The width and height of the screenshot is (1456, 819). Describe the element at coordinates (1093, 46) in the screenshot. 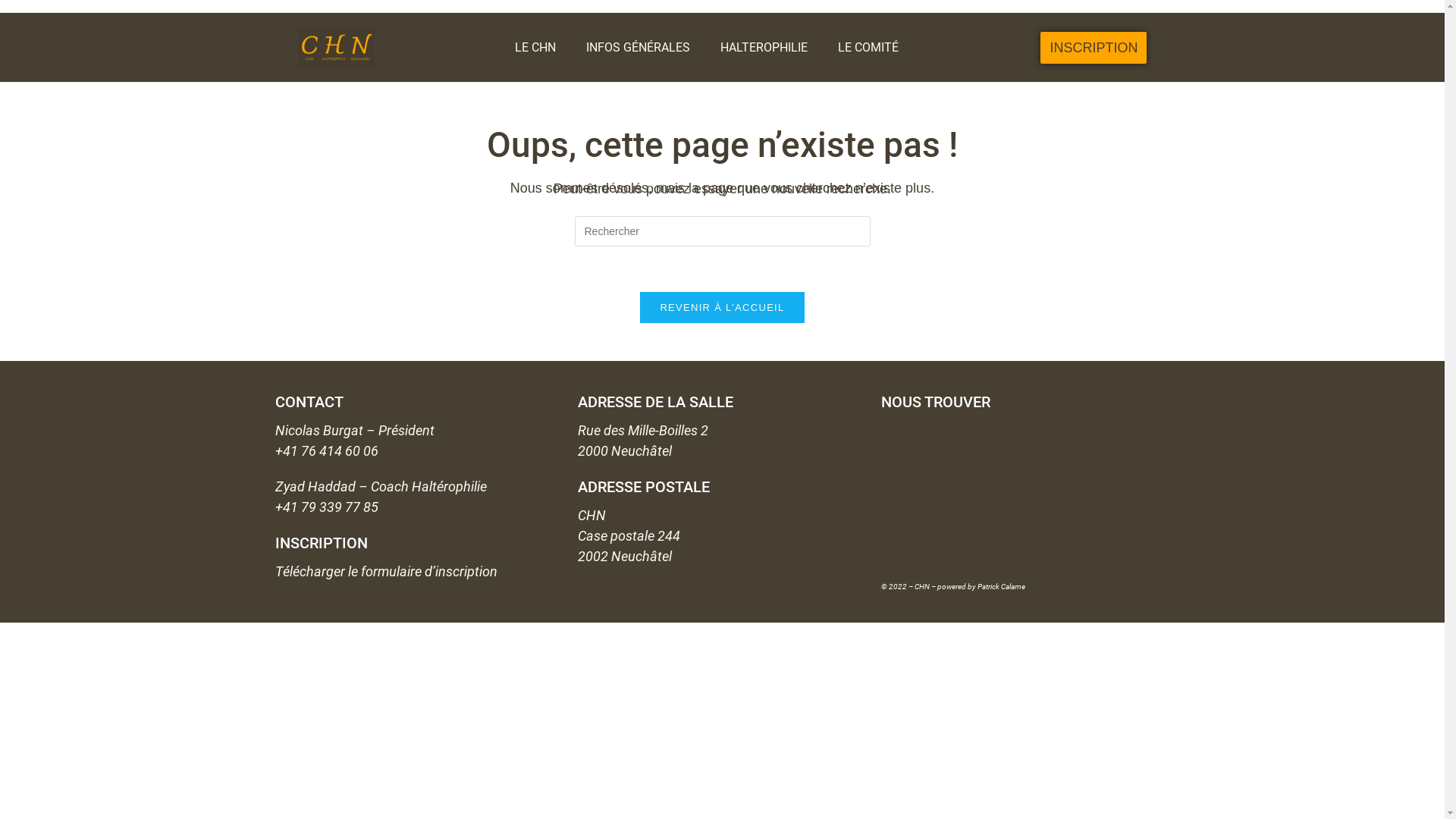

I see `'INSCRIPTION'` at that location.